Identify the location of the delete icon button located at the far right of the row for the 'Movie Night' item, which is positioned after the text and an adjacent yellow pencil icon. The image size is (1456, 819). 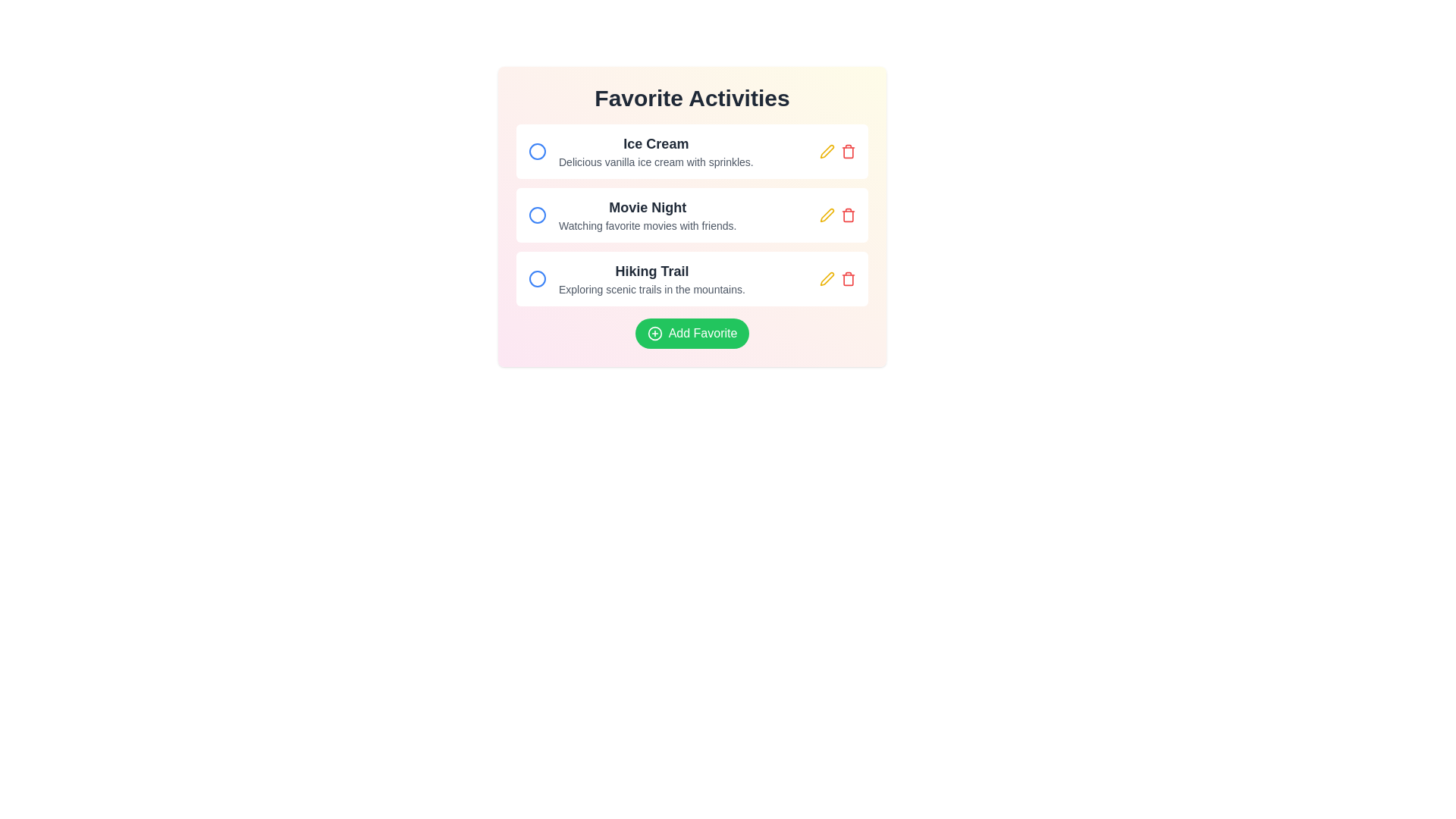
(847, 215).